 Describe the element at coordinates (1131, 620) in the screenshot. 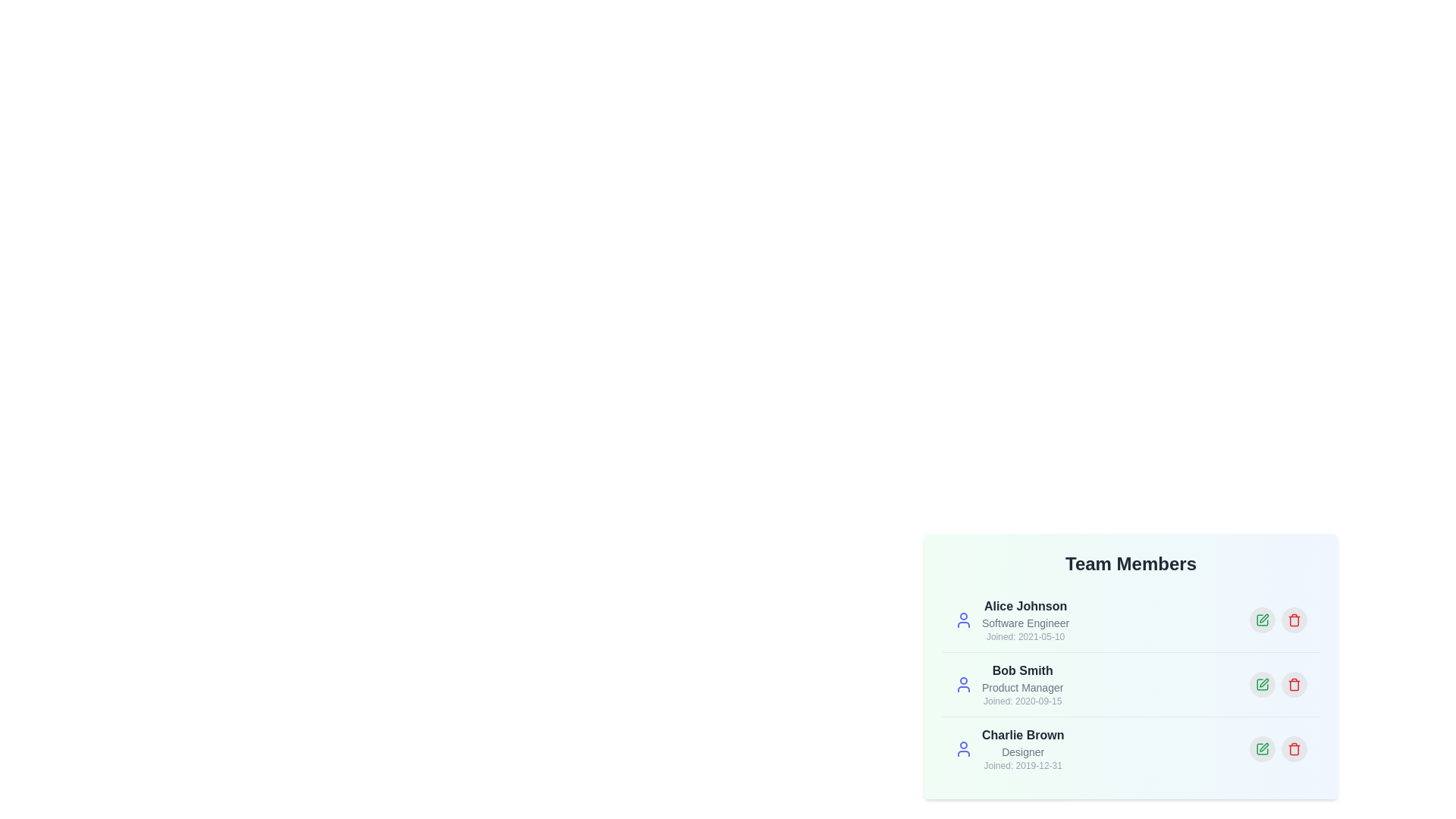

I see `the profile of Alice Johnson to highlight it` at that location.